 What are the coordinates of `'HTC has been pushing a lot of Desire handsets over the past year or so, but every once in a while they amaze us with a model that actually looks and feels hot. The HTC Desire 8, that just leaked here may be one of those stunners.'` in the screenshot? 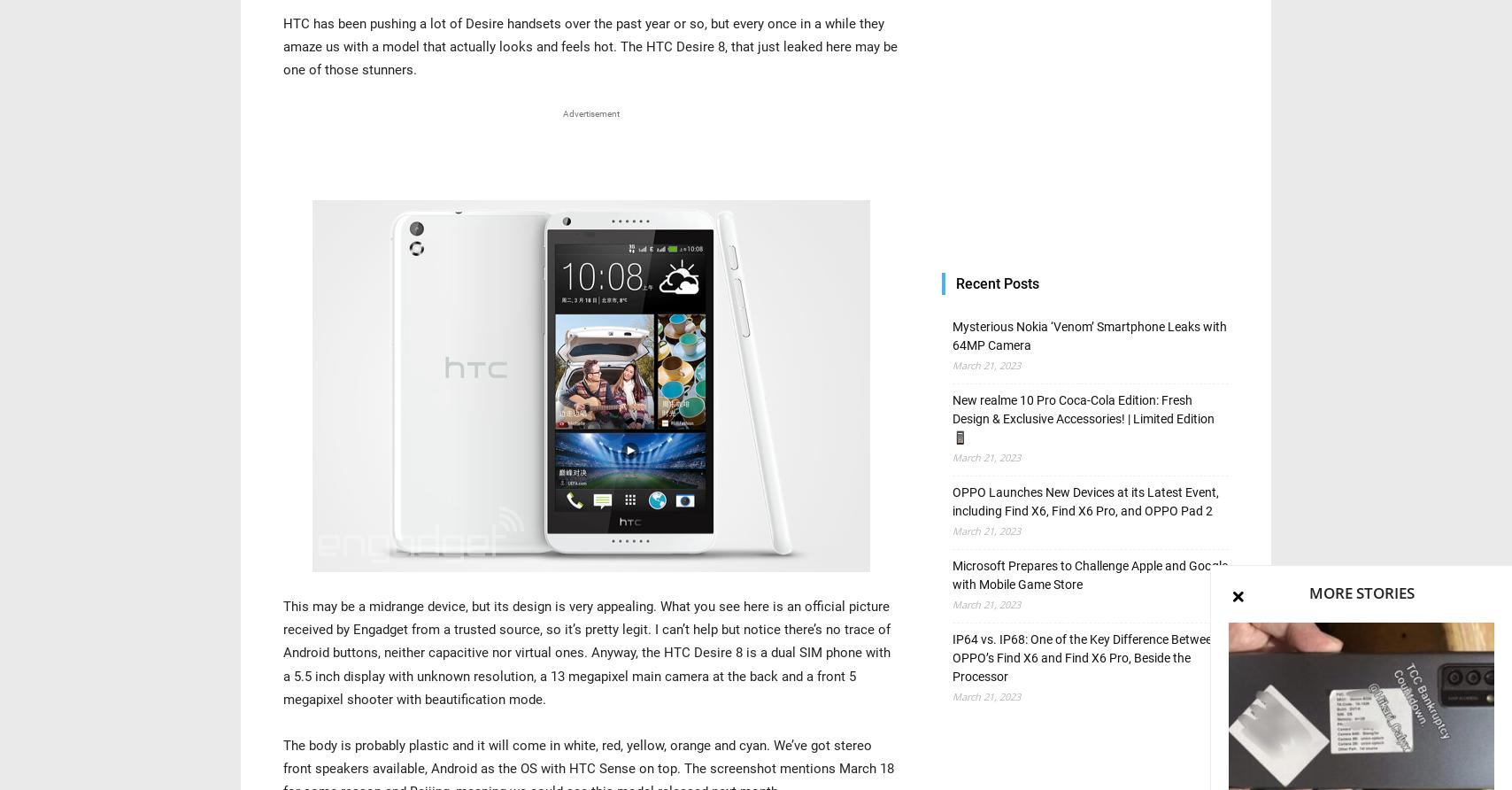 It's located at (590, 46).